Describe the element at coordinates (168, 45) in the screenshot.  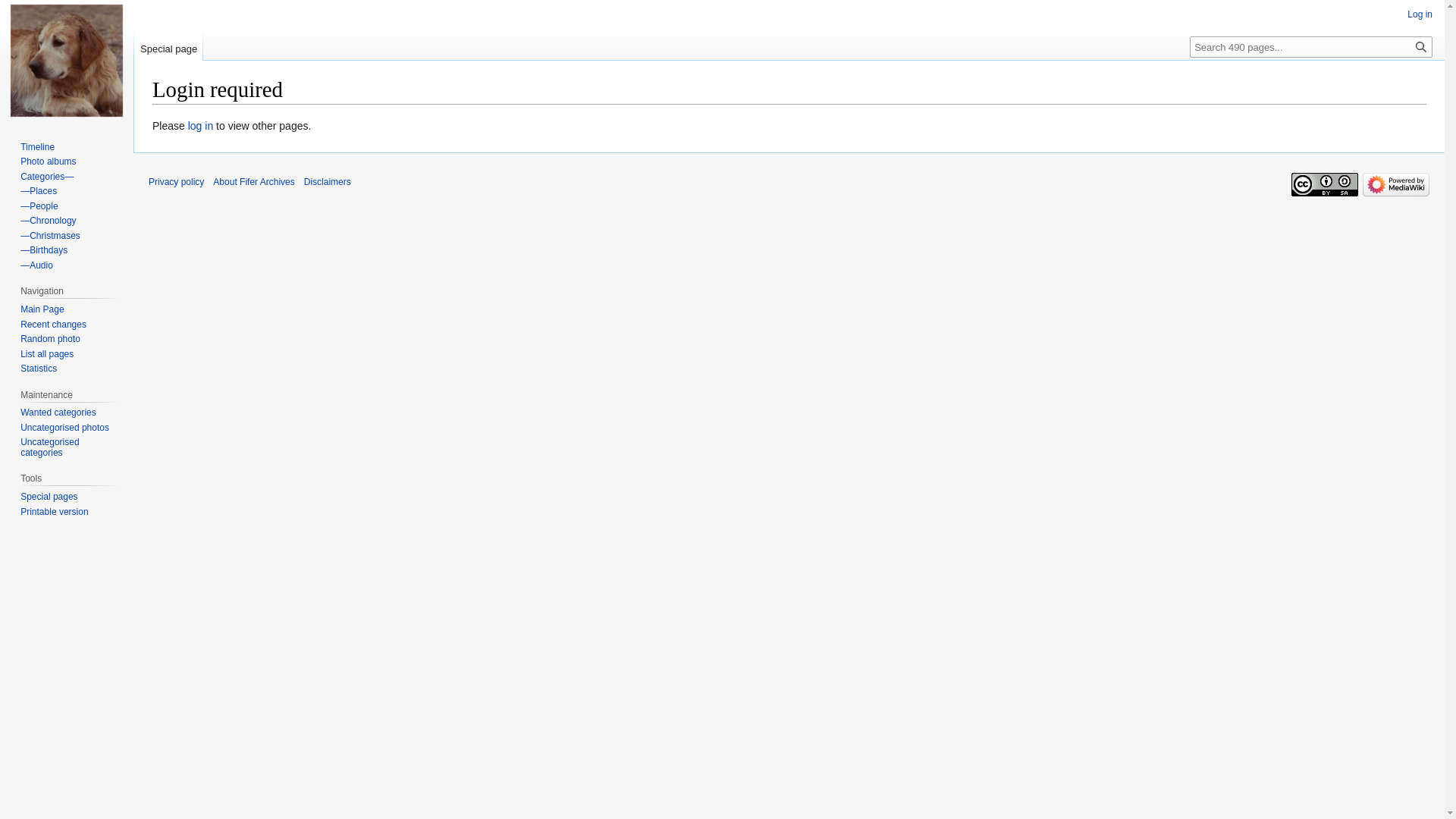
I see `'Special page'` at that location.